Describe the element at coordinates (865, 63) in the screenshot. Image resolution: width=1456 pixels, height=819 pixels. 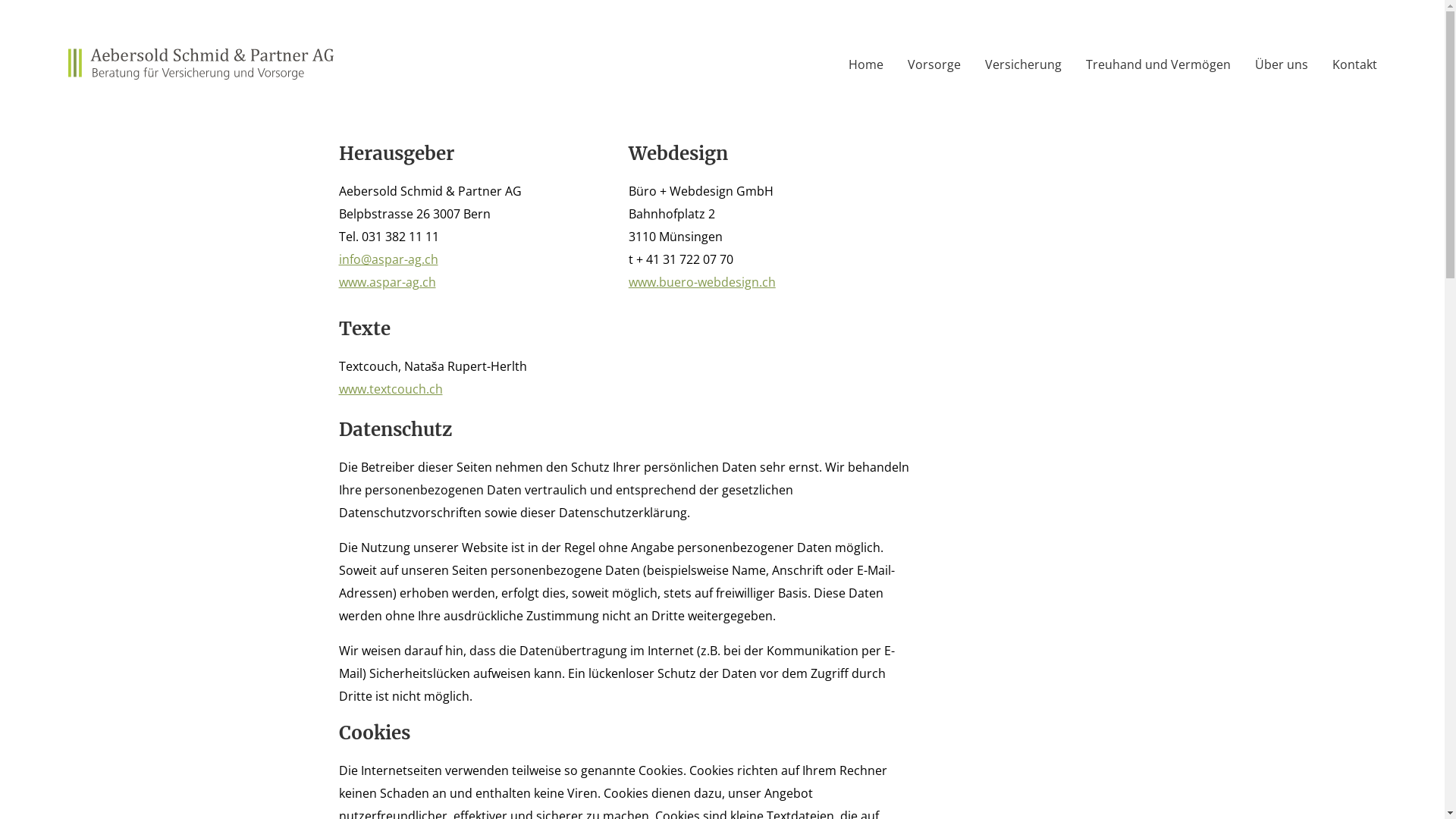
I see `'Home'` at that location.